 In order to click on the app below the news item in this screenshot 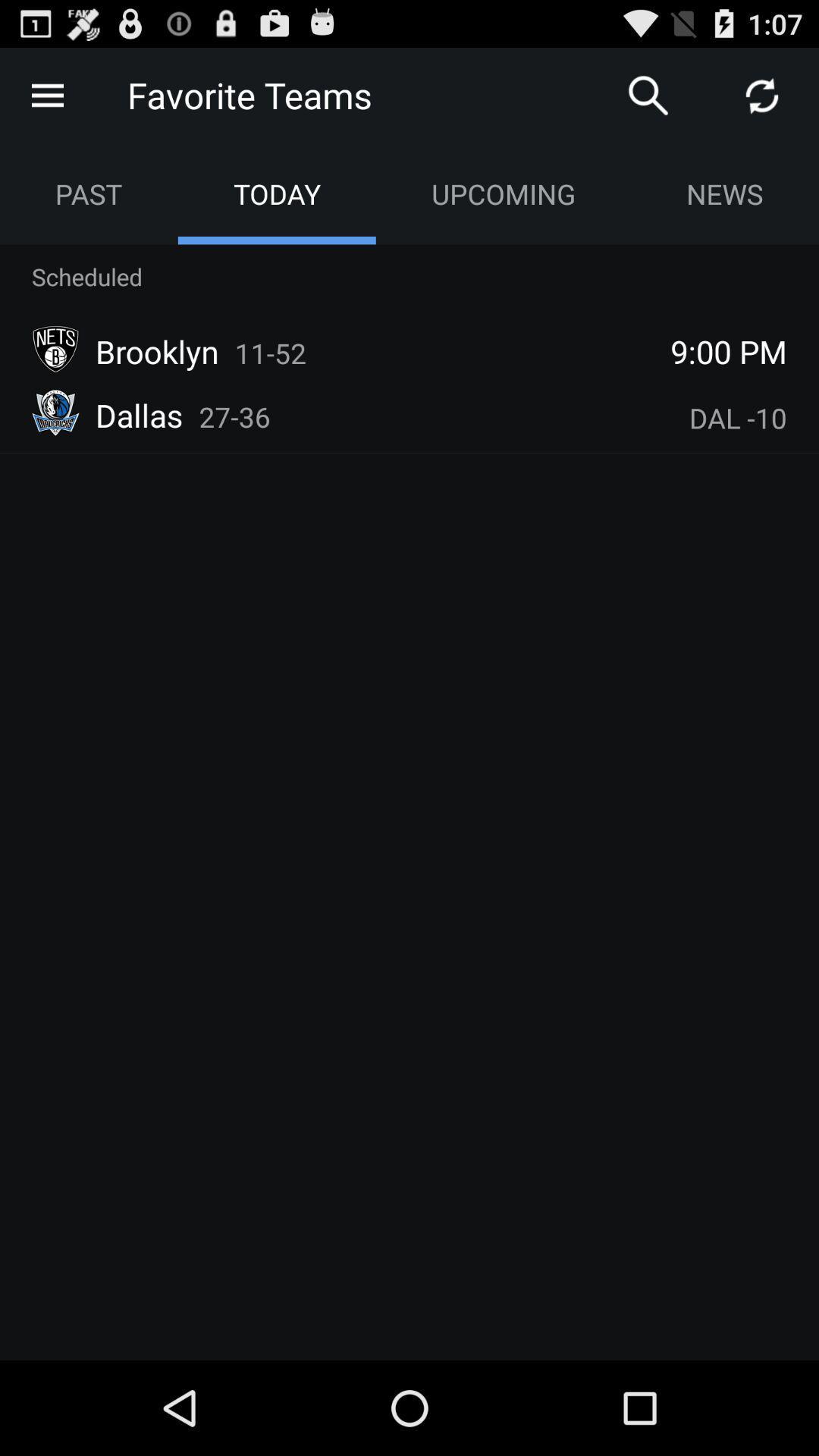, I will do `click(728, 350)`.